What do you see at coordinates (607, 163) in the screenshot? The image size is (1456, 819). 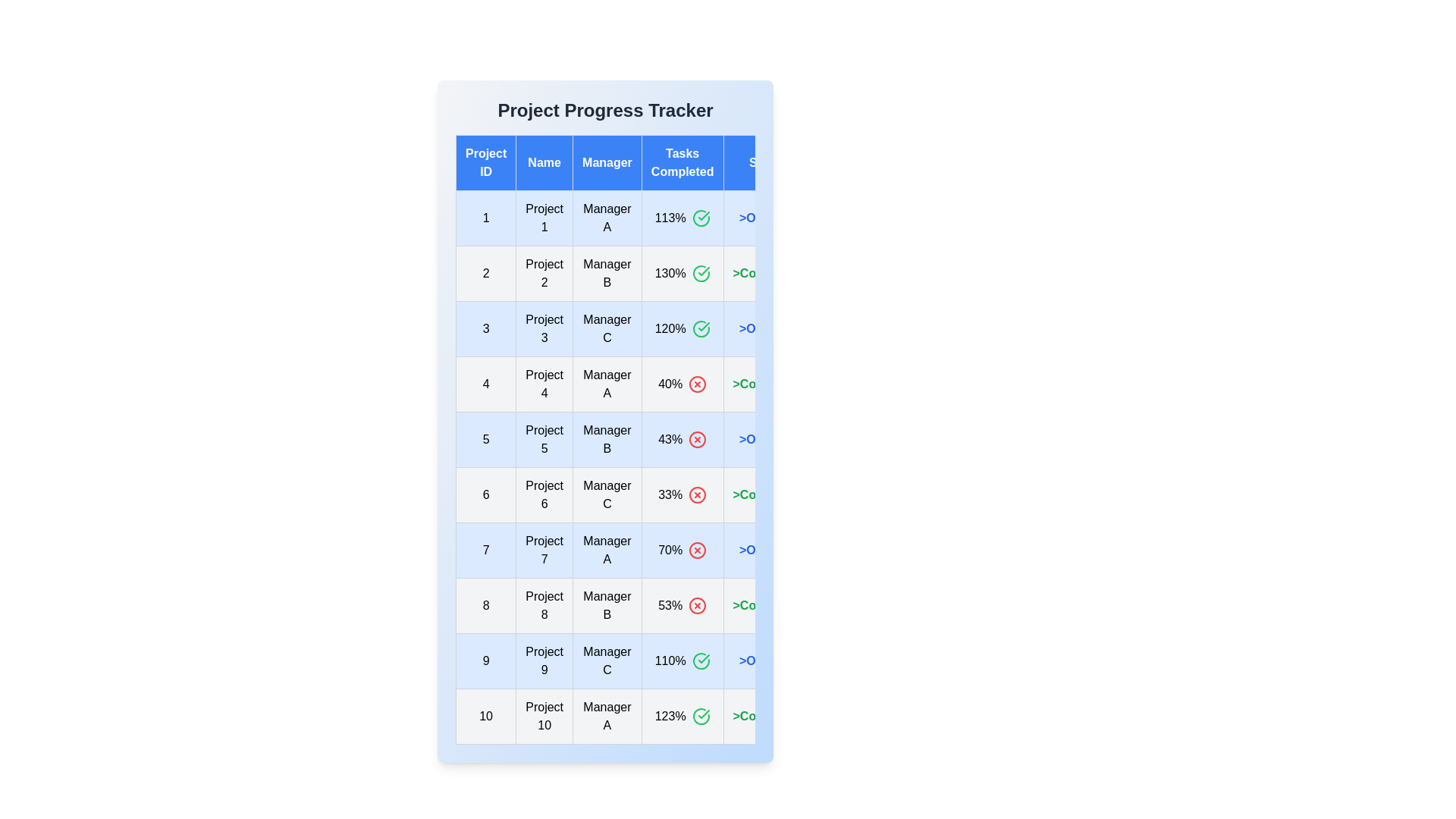 I see `the column header Manager to sort the table by that column` at bounding box center [607, 163].